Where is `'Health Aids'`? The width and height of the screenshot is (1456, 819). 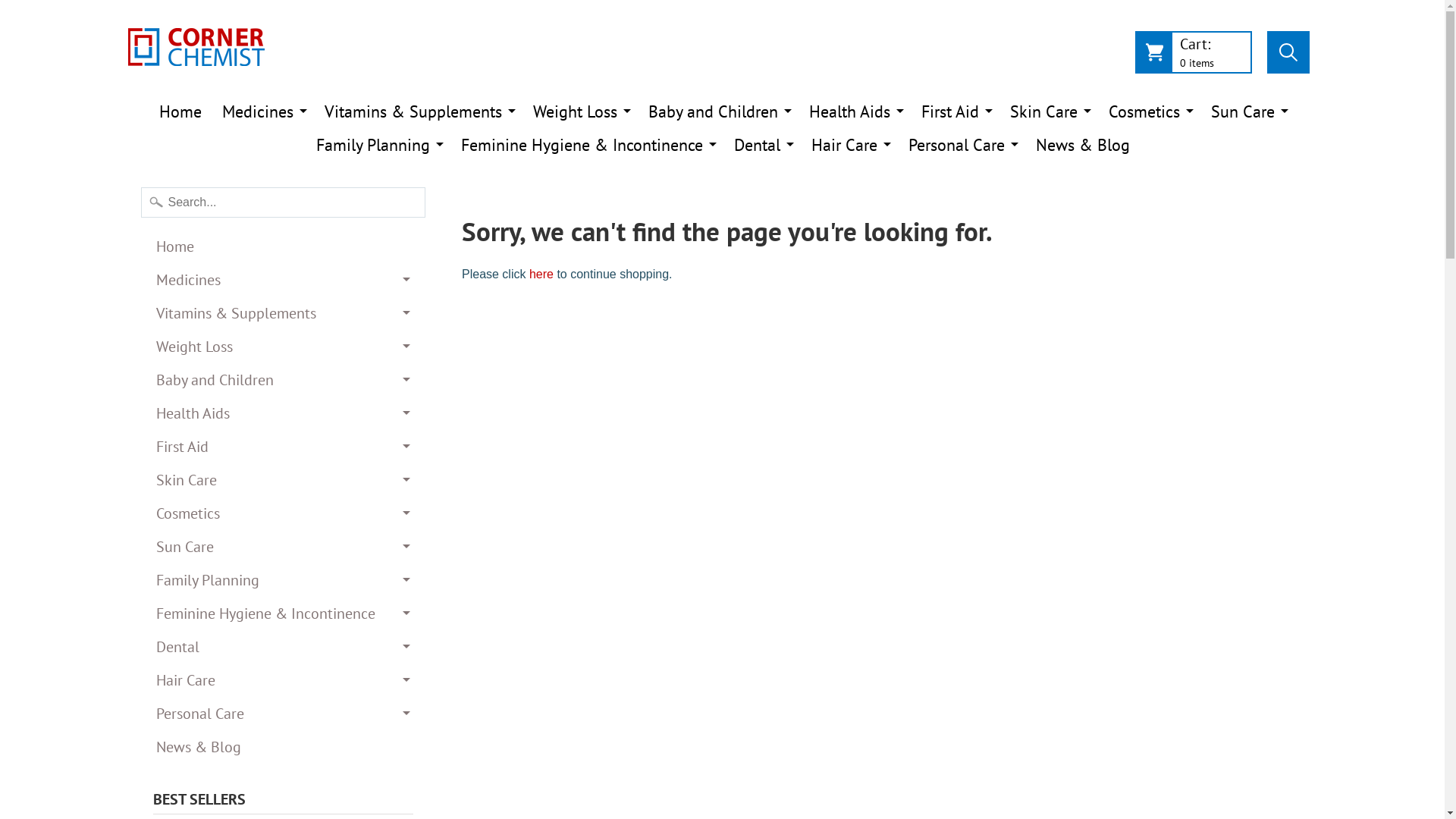
'Health Aids' is located at coordinates (284, 413).